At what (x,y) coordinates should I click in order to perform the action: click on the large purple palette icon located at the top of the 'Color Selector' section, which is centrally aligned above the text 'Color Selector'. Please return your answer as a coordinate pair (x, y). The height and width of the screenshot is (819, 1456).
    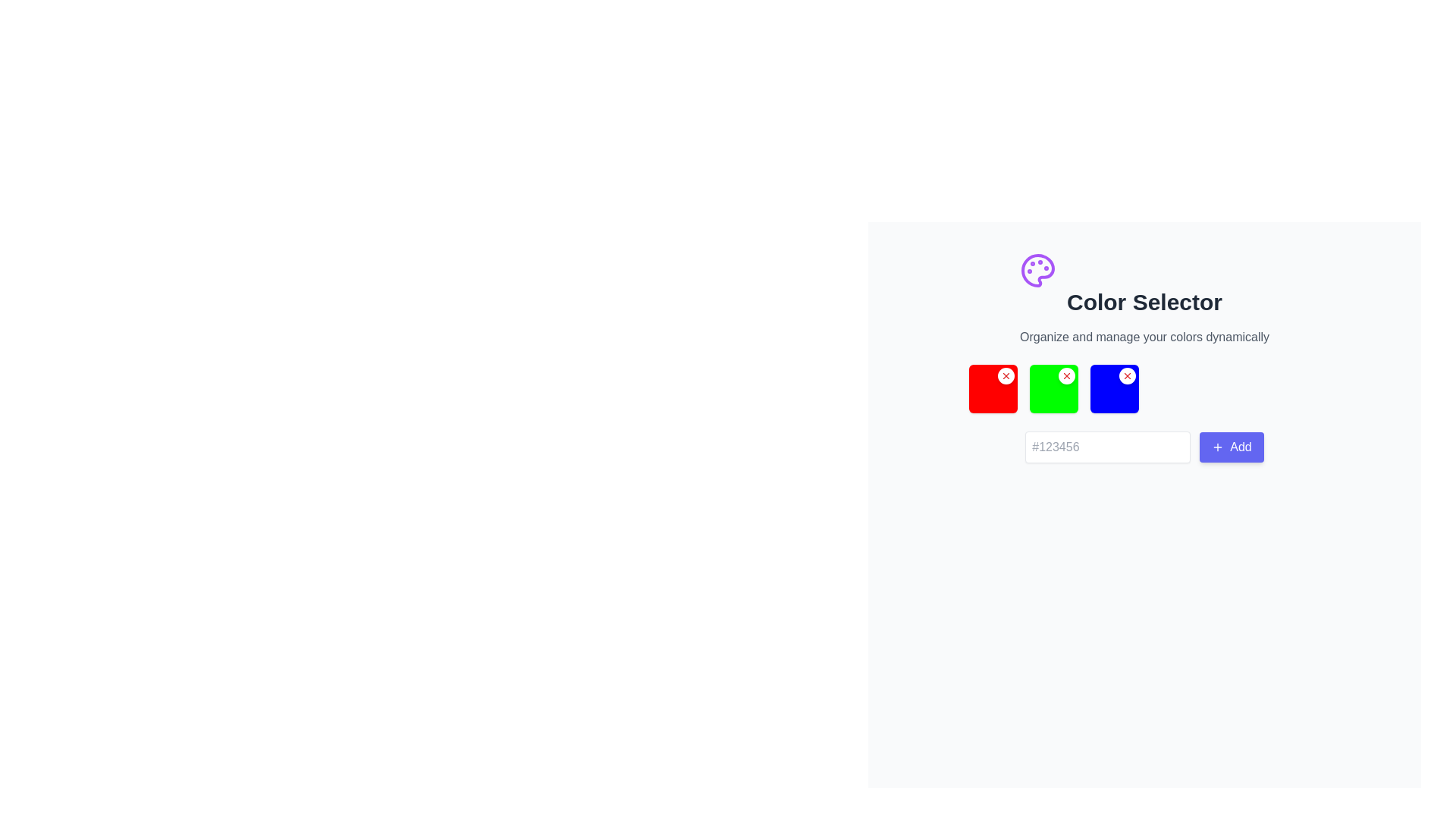
    Looking at the image, I should click on (1037, 270).